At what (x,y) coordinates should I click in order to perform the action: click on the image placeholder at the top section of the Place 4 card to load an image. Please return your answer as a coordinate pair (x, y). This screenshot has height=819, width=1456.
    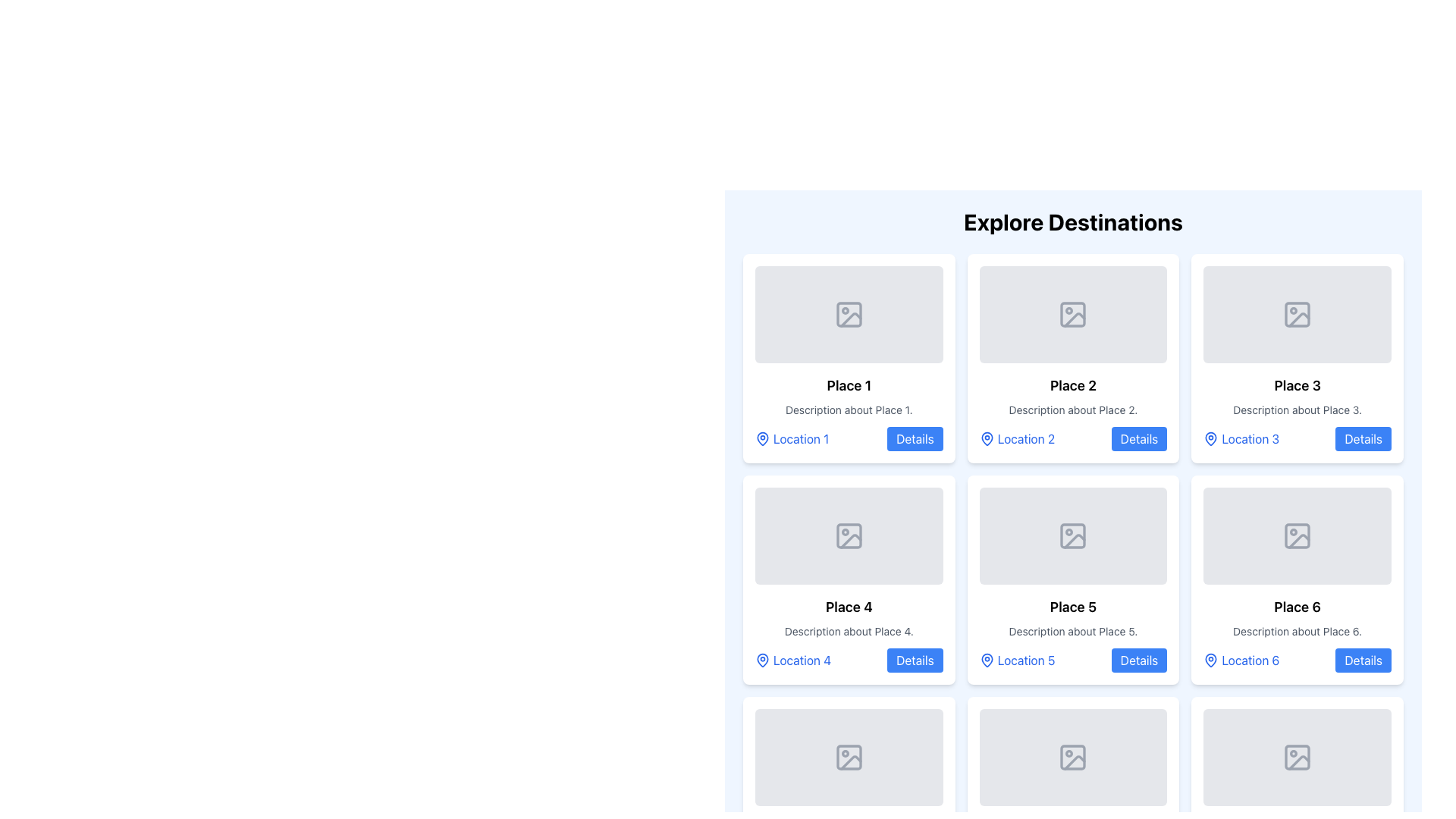
    Looking at the image, I should click on (848, 535).